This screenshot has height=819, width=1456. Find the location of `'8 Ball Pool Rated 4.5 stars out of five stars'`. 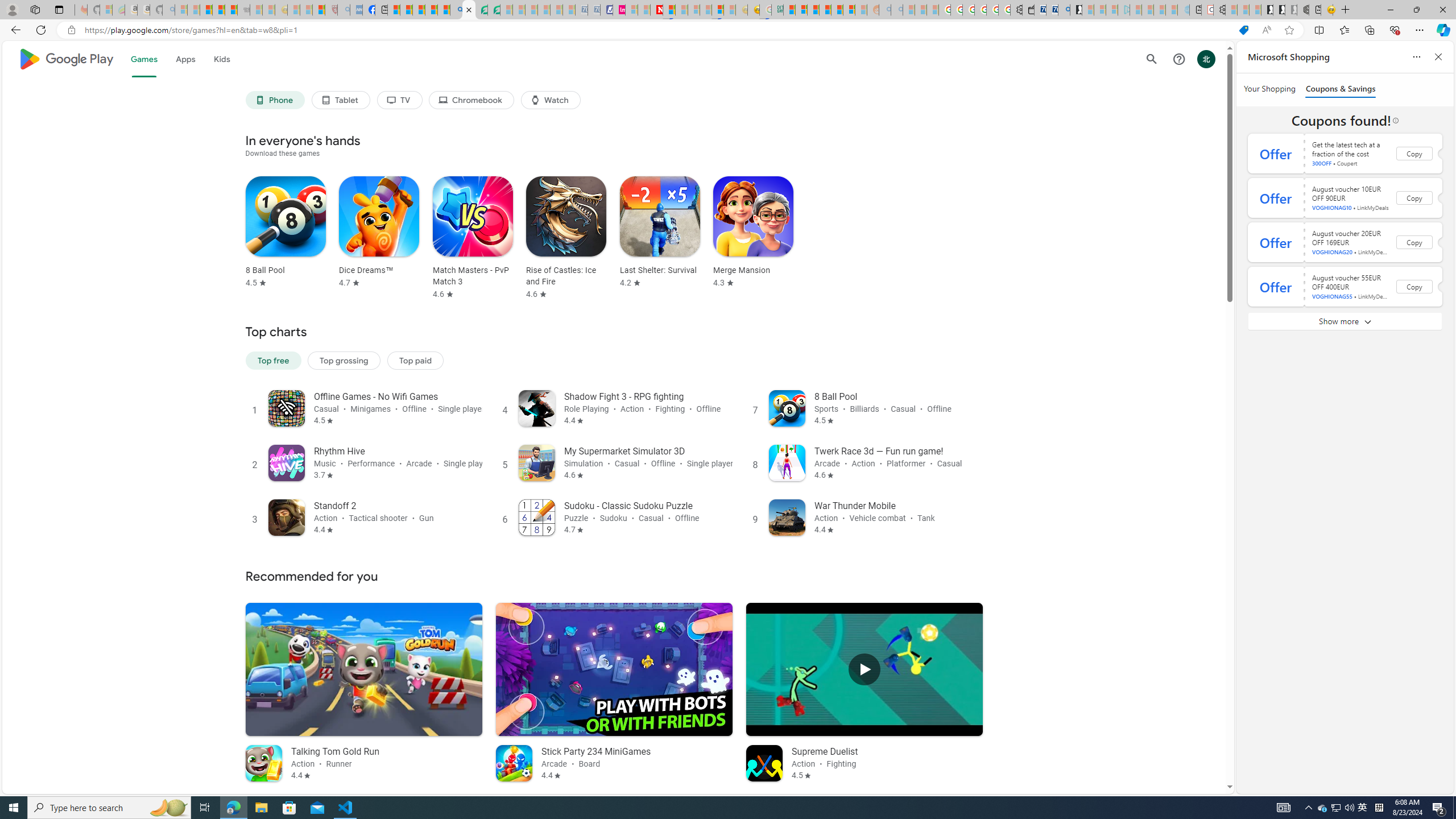

'8 Ball Pool Rated 4.5 stars out of five stars' is located at coordinates (285, 231).